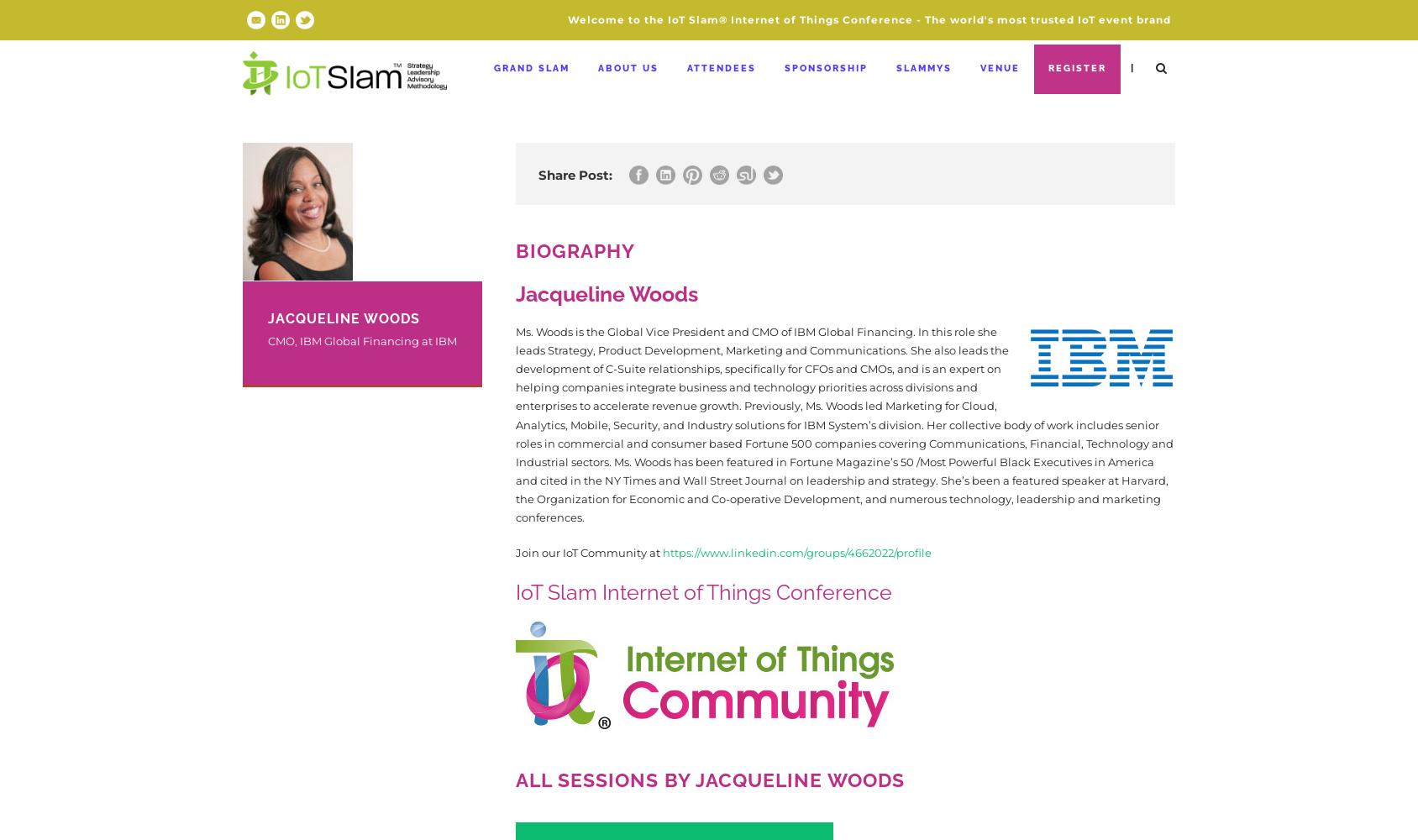  Describe the element at coordinates (361, 341) in the screenshot. I see `'CMO, IBM Global Financing at IBM'` at that location.